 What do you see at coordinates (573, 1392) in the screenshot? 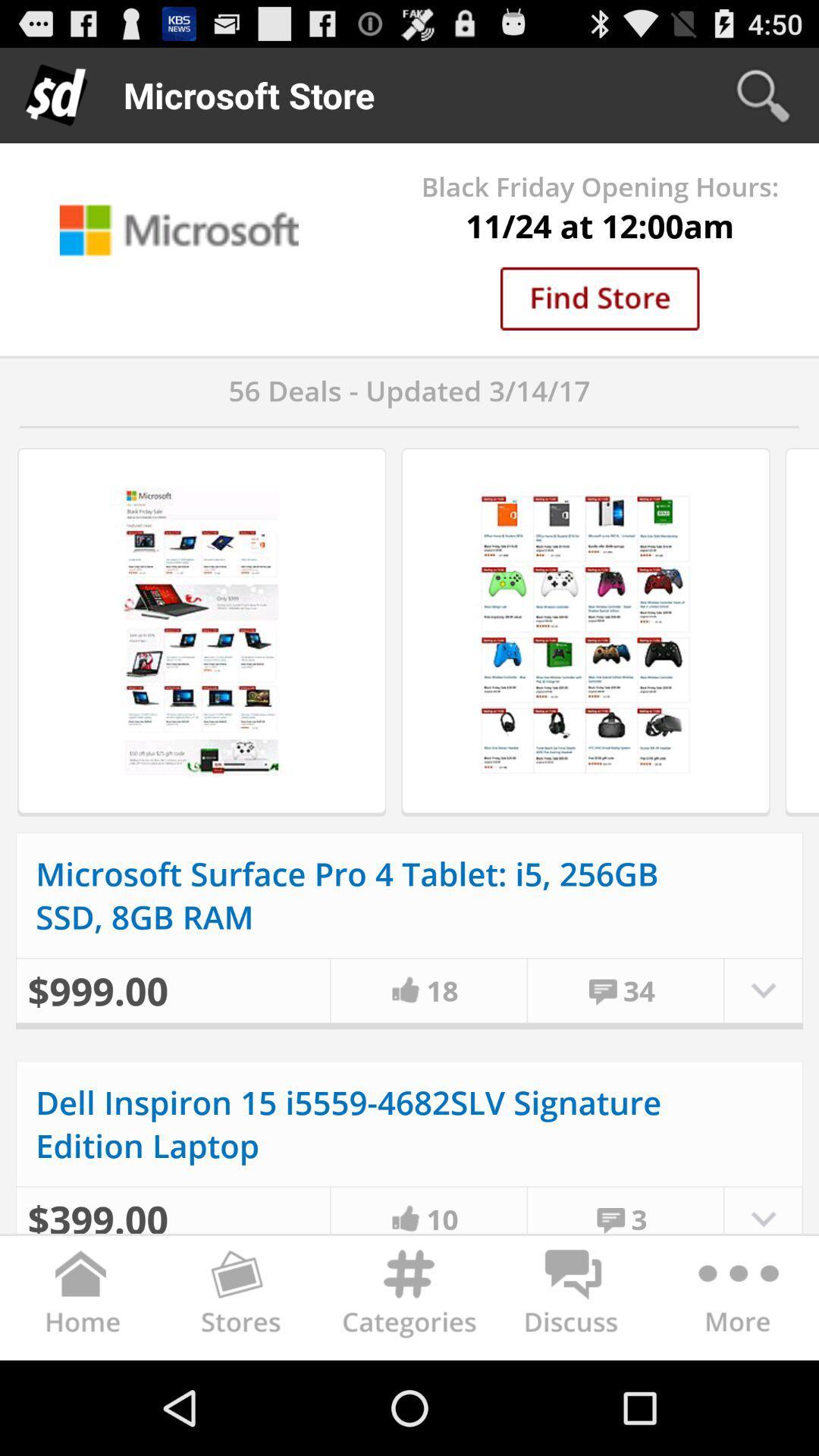
I see `the chat icon` at bounding box center [573, 1392].